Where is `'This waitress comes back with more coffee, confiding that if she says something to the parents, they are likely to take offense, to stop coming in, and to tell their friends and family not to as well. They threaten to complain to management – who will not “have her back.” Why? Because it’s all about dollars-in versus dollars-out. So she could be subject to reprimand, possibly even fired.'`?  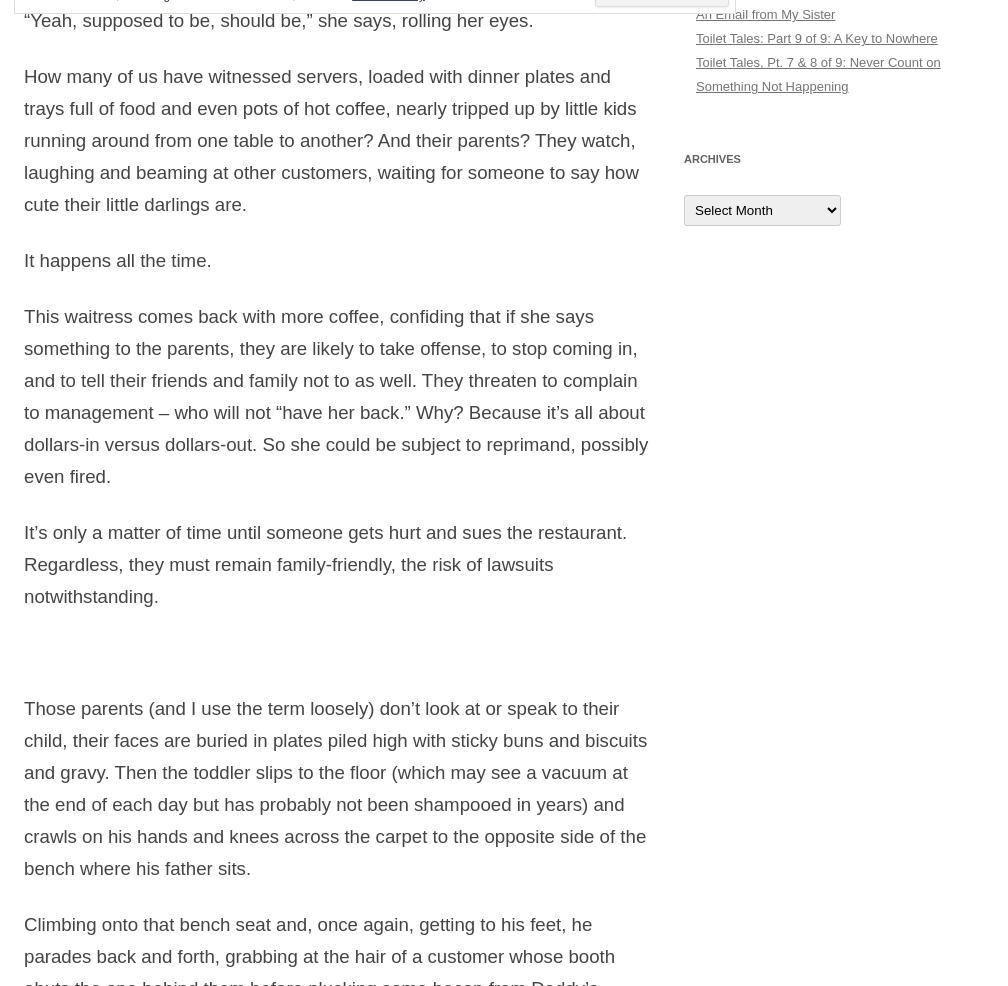
'This waitress comes back with more coffee, confiding that if she says something to the parents, they are likely to take offense, to stop coming in, and to tell their friends and family not to as well. They threaten to complain to management – who will not “have her back.” Why? Because it’s all about dollars-in versus dollars-out. So she could be subject to reprimand, possibly even fired.' is located at coordinates (23, 395).